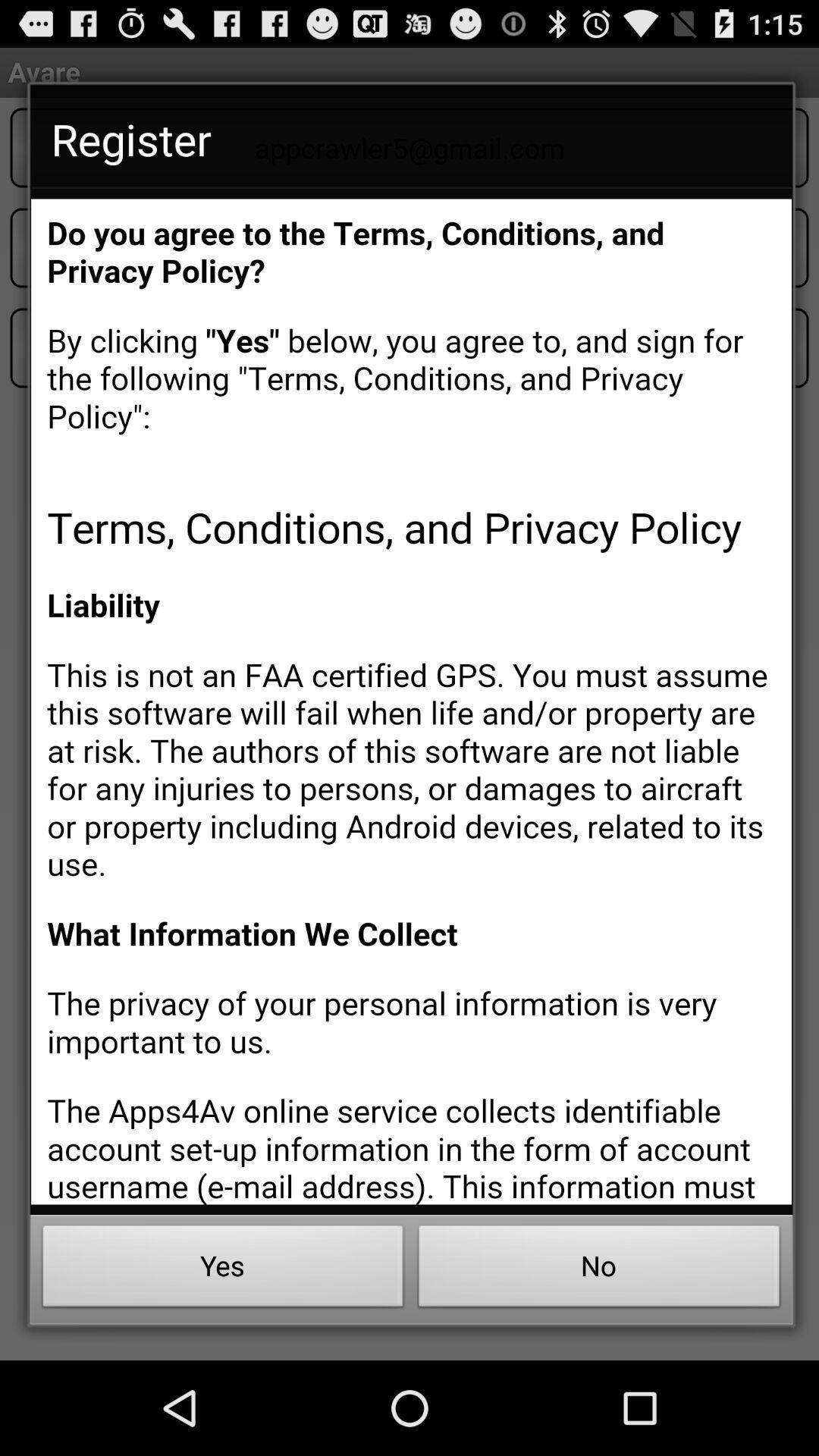 This screenshot has width=819, height=1456. Describe the element at coordinates (411, 701) in the screenshot. I see `terms and conditions page` at that location.